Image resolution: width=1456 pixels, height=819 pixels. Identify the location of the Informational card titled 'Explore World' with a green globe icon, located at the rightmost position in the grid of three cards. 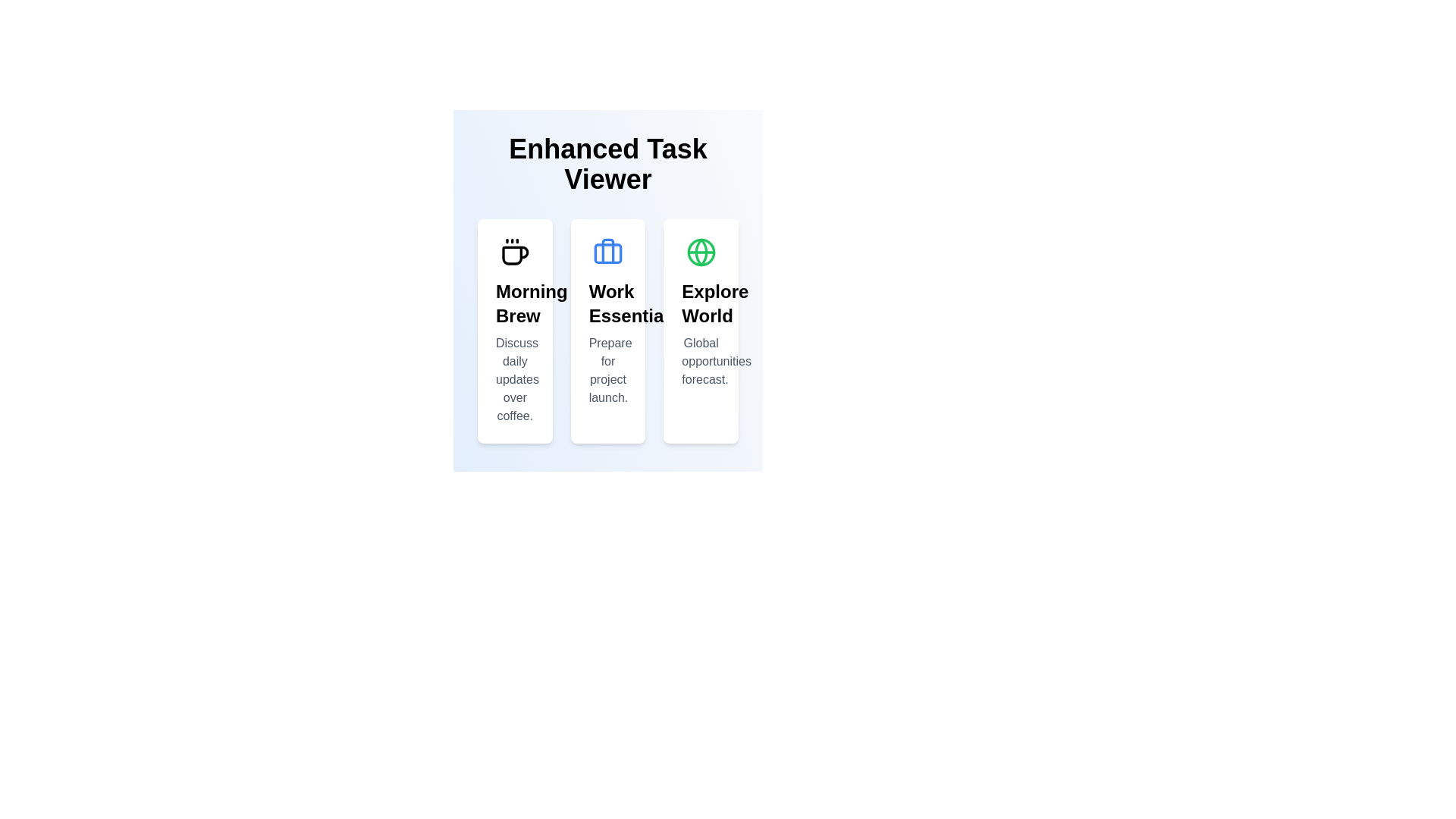
(700, 330).